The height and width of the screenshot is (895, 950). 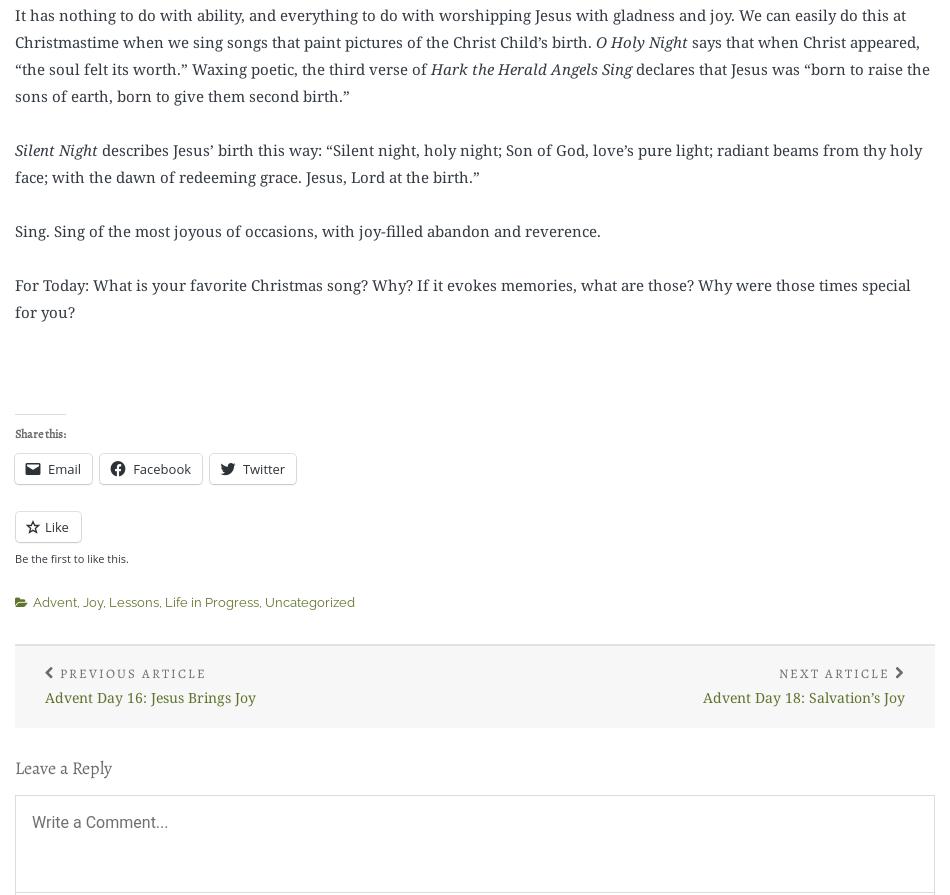 I want to click on 'It has nothing to do with ability, and everything to do with worshipping Jesus with gladness and joy. We can easily do this at Christmastime when we sing songs that paint pictures of the Christ Child’s birth.', so click(x=459, y=27).